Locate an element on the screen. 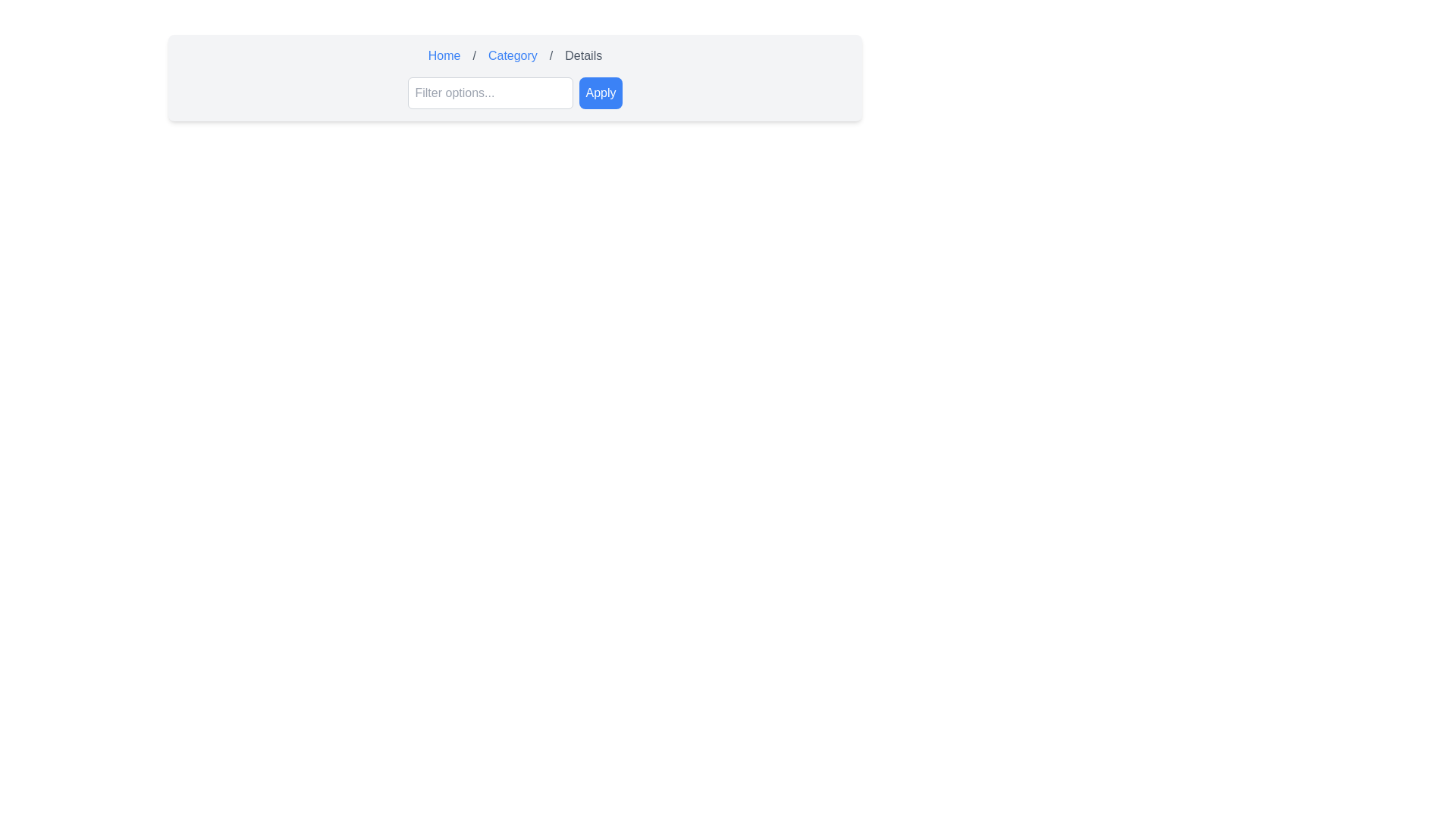 This screenshot has height=819, width=1456. the first forward slash '/' character in the breadcrumb navigation that separates the 'Home' and 'Category' links is located at coordinates (473, 55).